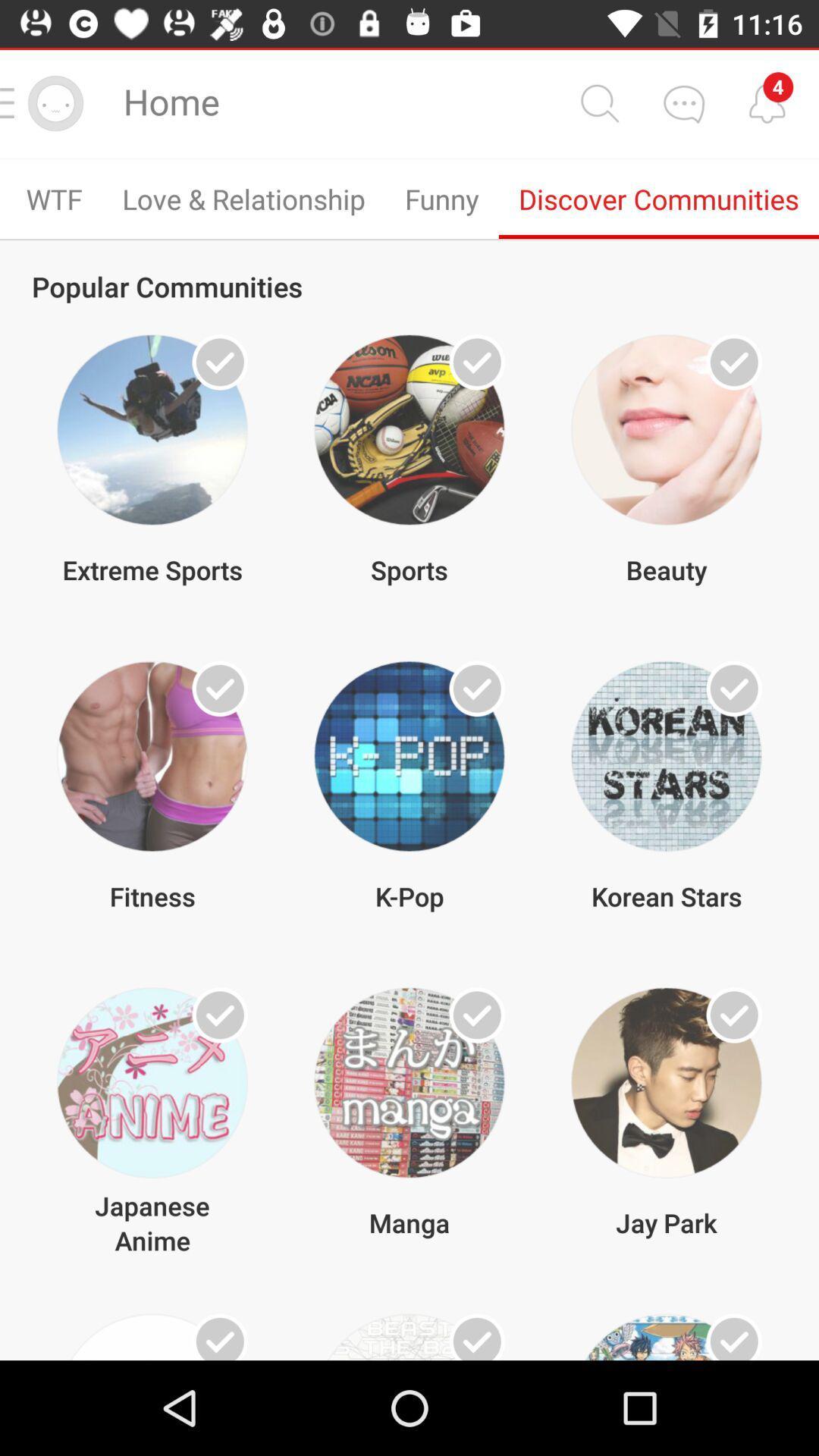  What do you see at coordinates (733, 1337) in the screenshot?
I see `check interest box` at bounding box center [733, 1337].